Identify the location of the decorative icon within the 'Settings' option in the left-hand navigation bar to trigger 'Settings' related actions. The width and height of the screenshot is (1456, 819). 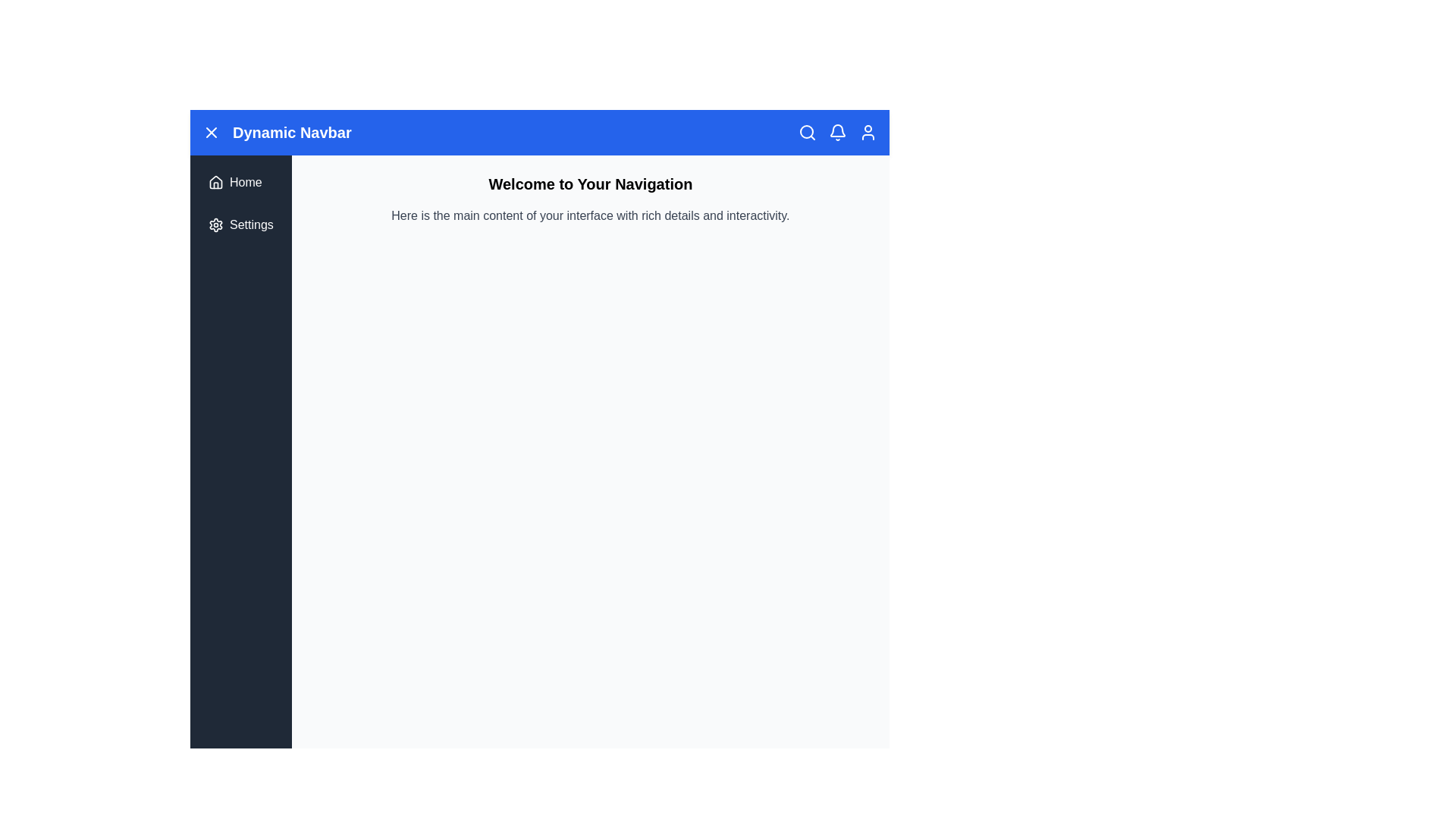
(215, 225).